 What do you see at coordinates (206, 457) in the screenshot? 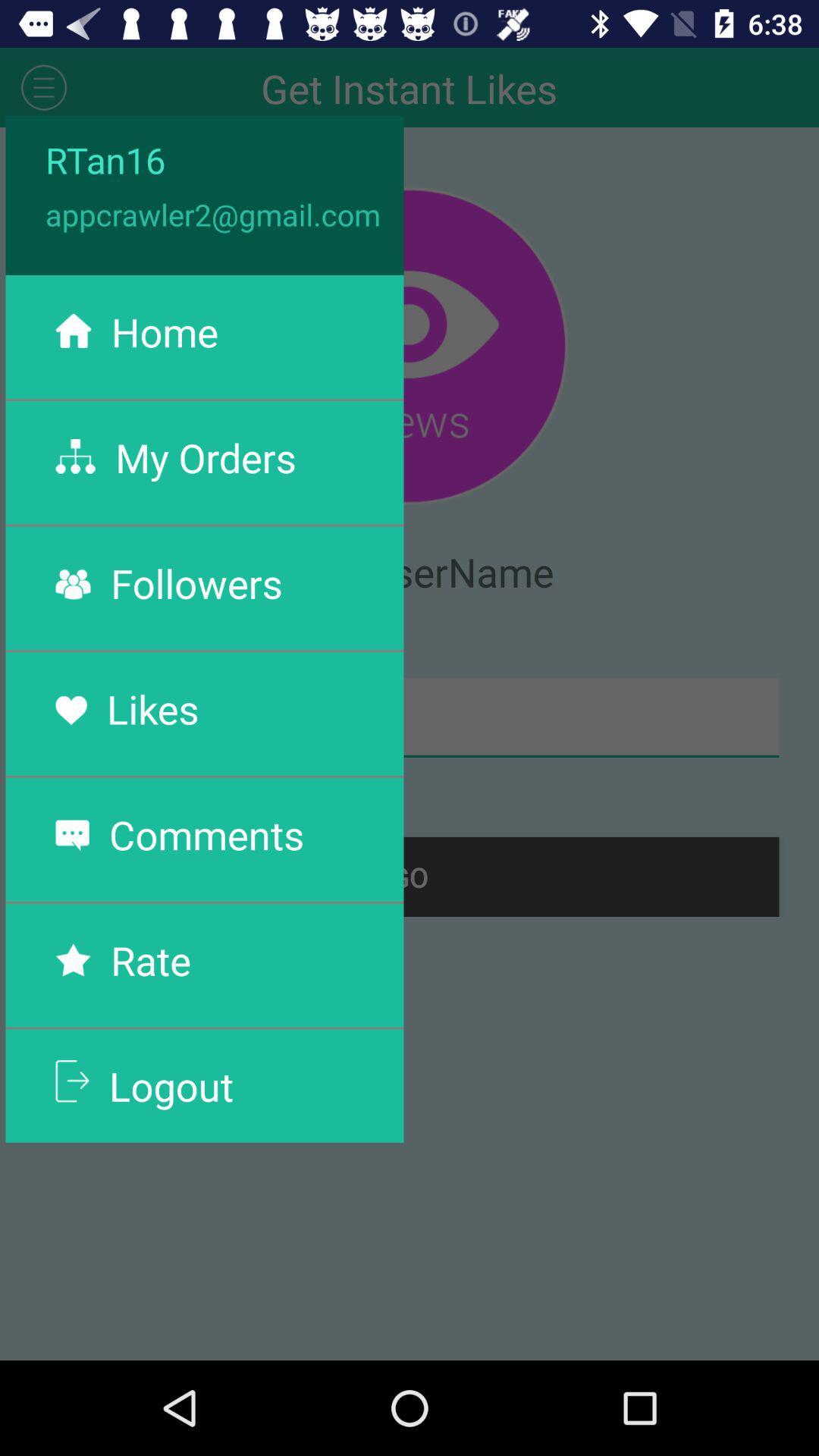
I see `my orders icon` at bounding box center [206, 457].